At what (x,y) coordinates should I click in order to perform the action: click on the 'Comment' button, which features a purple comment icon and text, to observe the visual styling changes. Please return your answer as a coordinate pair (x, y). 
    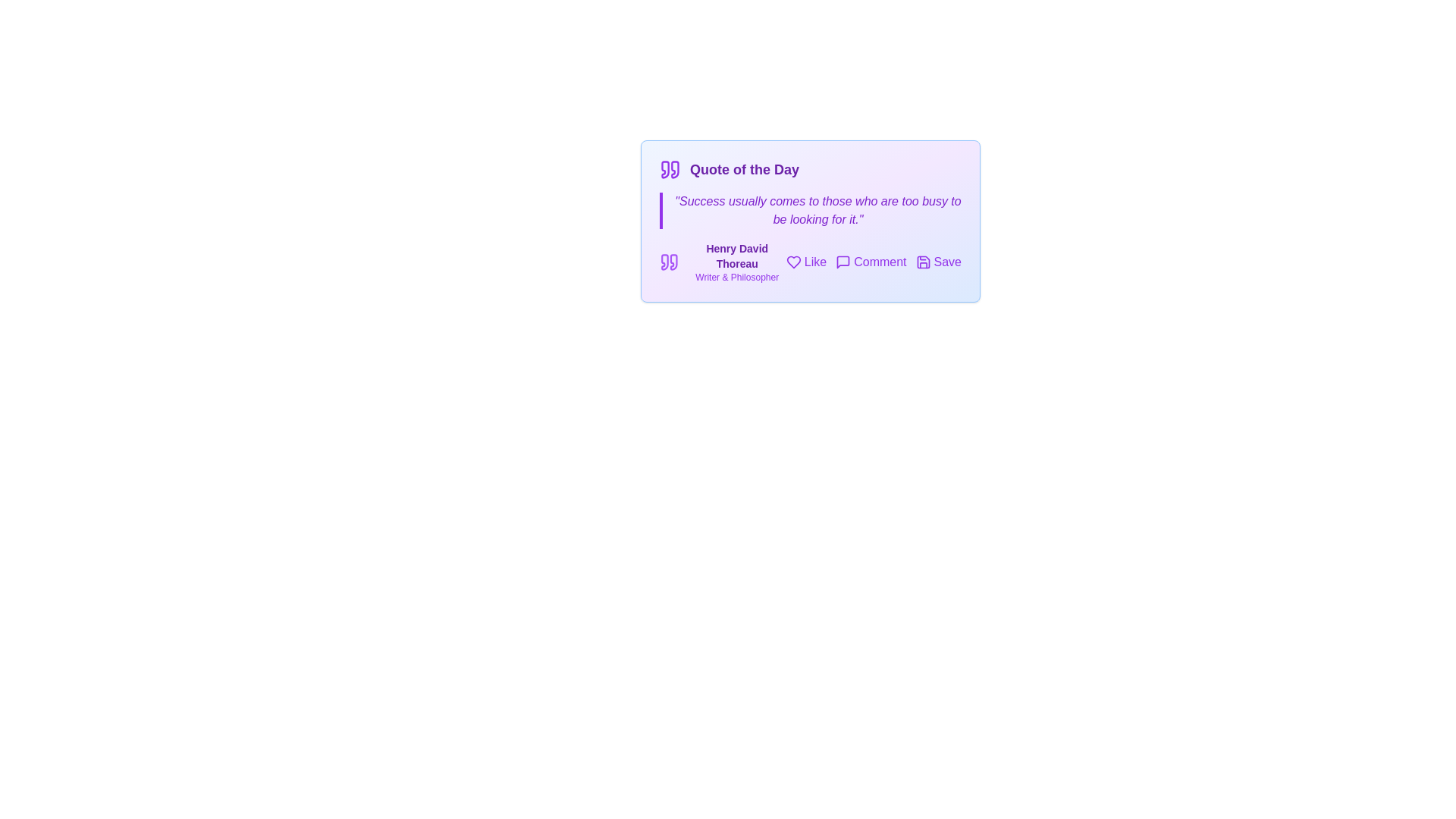
    Looking at the image, I should click on (871, 262).